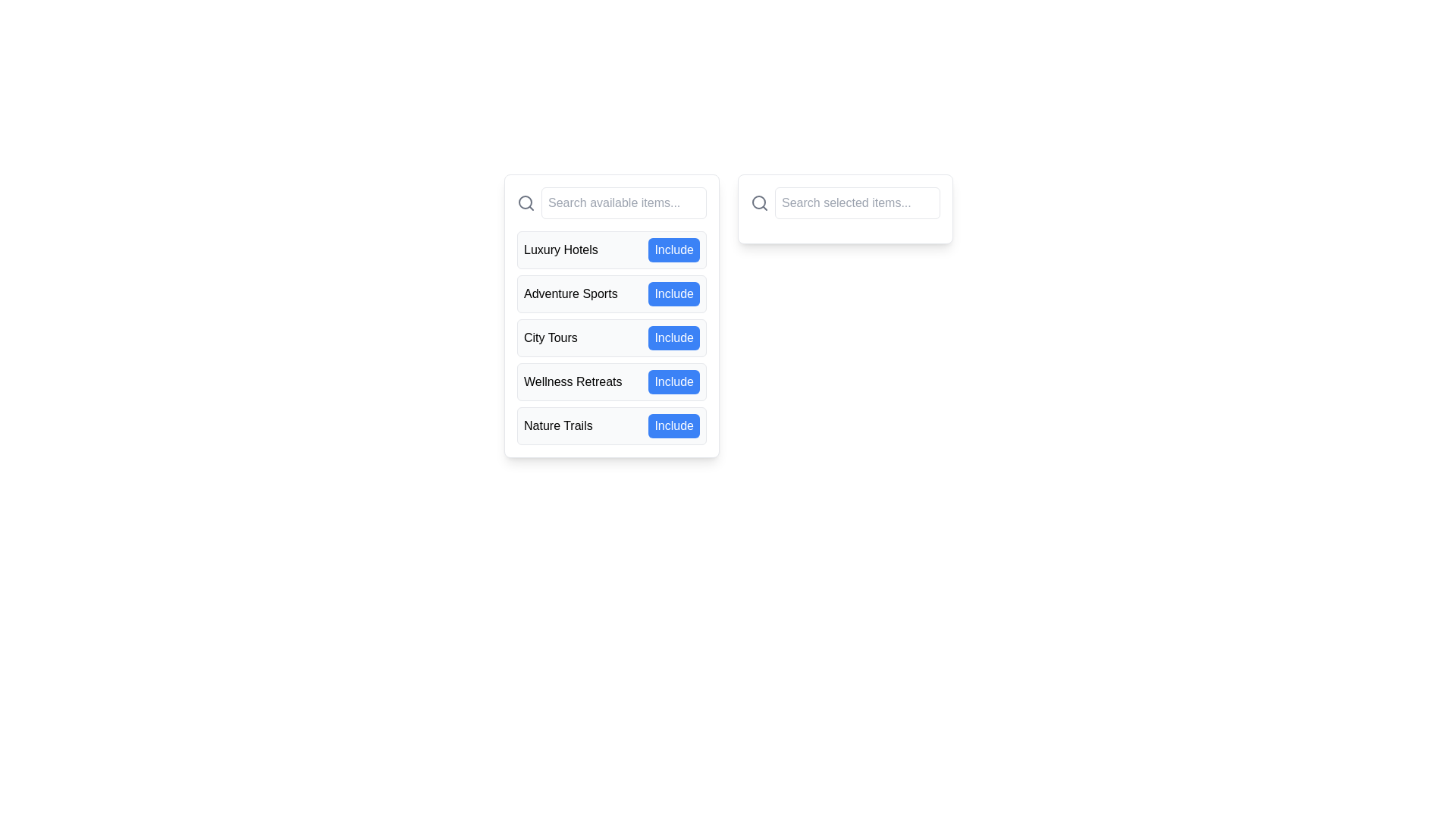  What do you see at coordinates (611, 426) in the screenshot?
I see `the 'Nature Trails' interactive panel located at the bottom of the list for accessibility navigation` at bounding box center [611, 426].